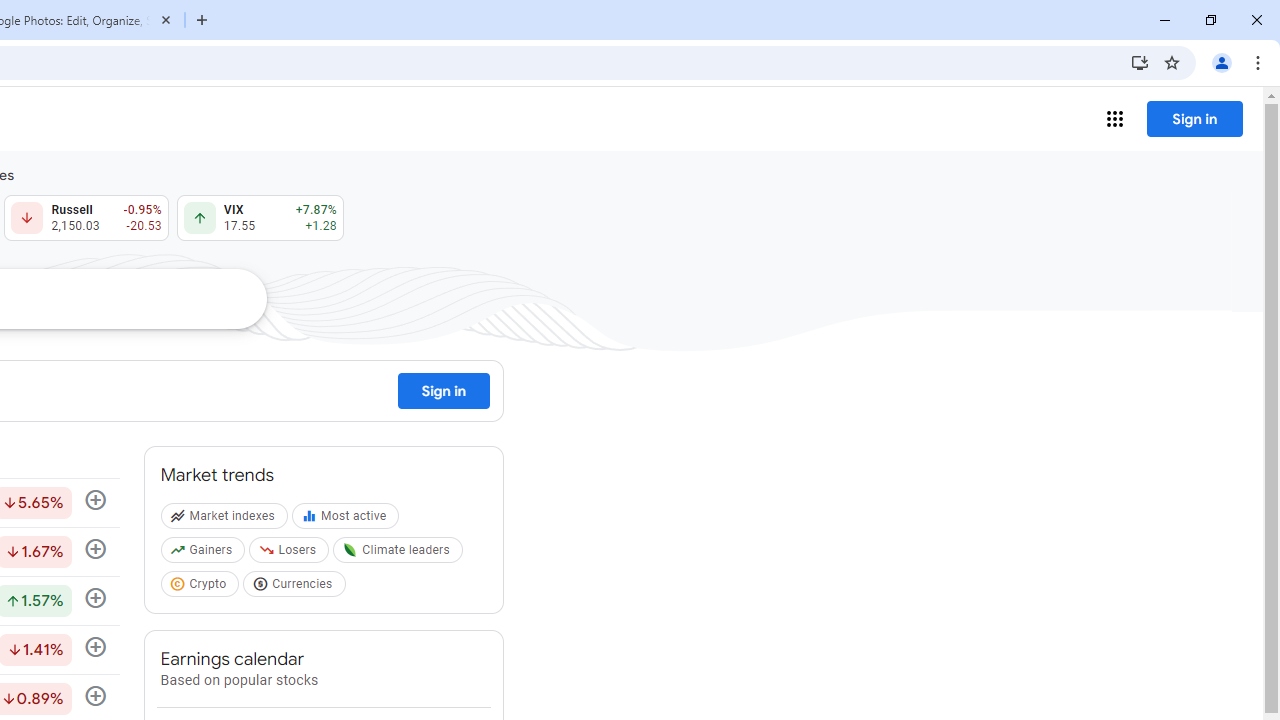 The image size is (1280, 720). Describe the element at coordinates (295, 586) in the screenshot. I see `'Currencies'` at that location.